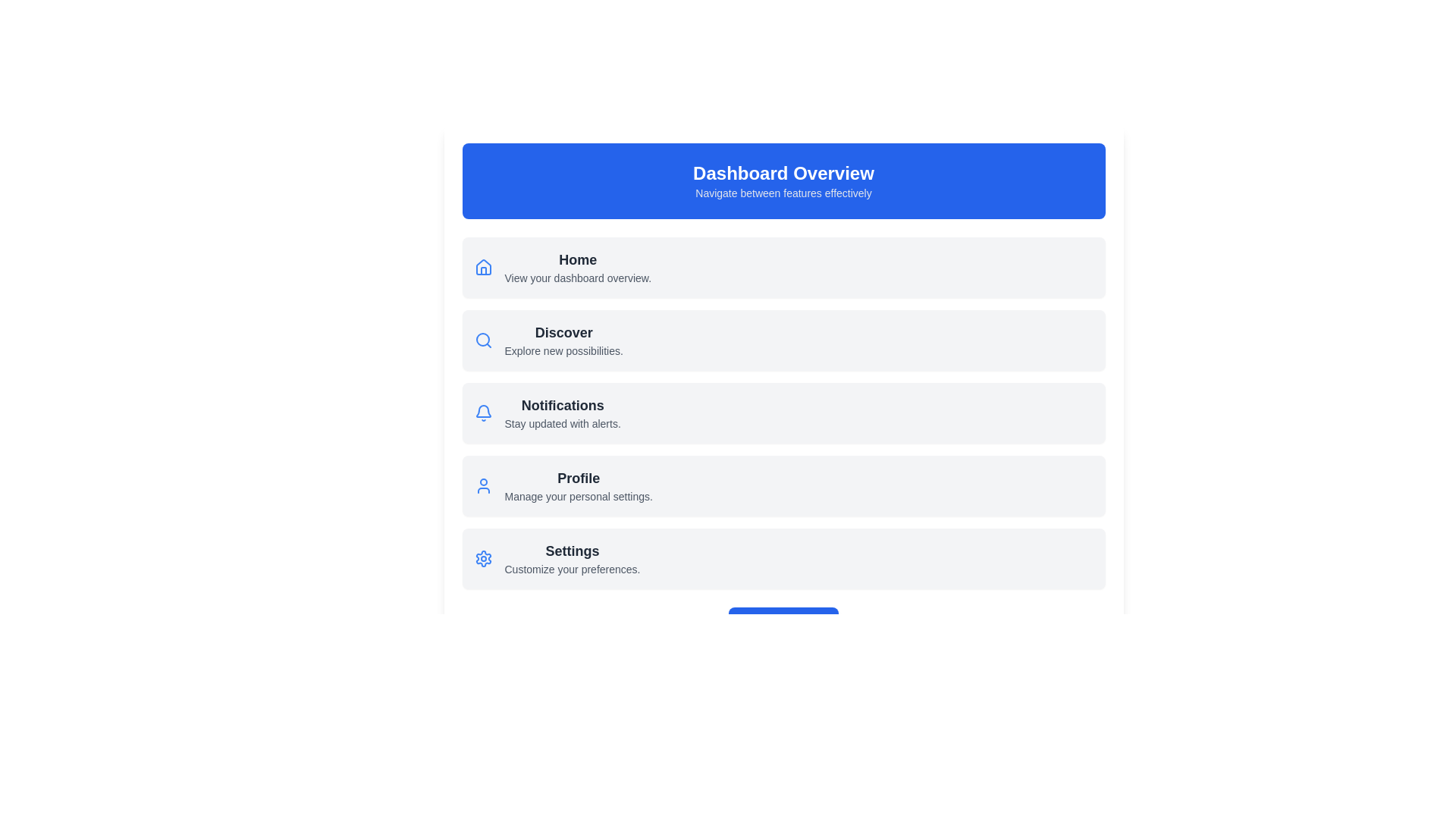 The width and height of the screenshot is (1456, 819). Describe the element at coordinates (571, 570) in the screenshot. I see `the text label that provides a description for the 'Settings' section, located directly below the bold heading 'Settings'` at that location.